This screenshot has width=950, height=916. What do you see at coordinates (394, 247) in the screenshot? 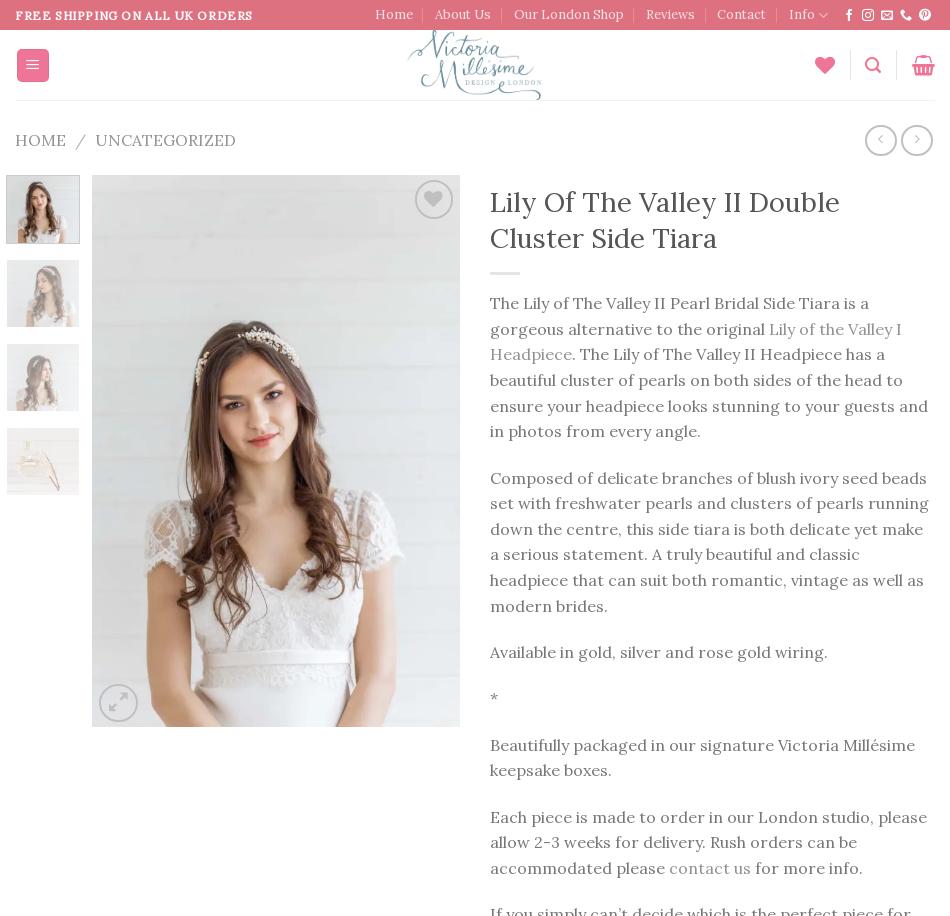
I see `'Add to Wishlist'` at bounding box center [394, 247].